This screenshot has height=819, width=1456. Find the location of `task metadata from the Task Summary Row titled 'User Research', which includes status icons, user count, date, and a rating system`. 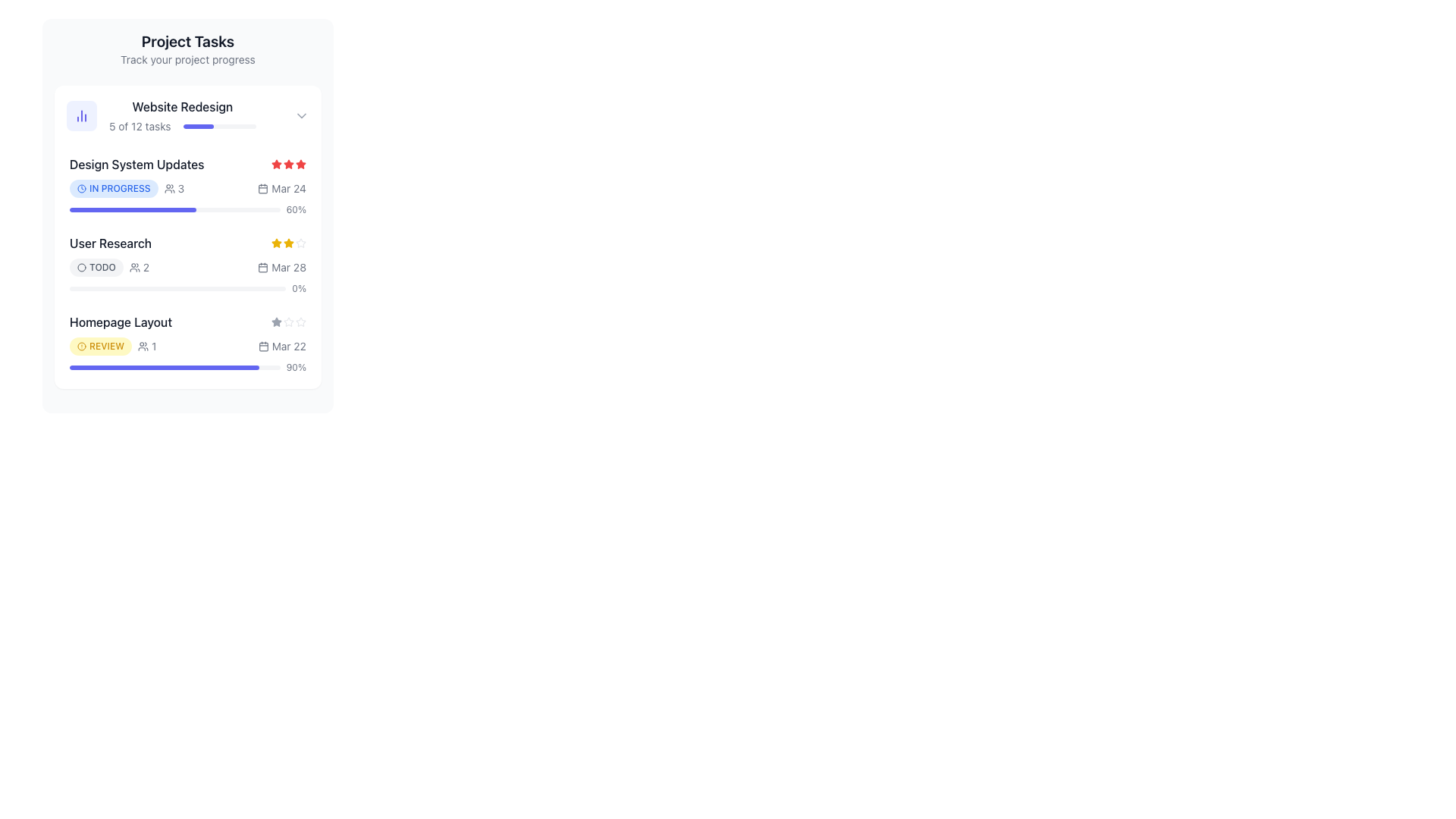

task metadata from the Task Summary Row titled 'User Research', which includes status icons, user count, date, and a rating system is located at coordinates (187, 263).